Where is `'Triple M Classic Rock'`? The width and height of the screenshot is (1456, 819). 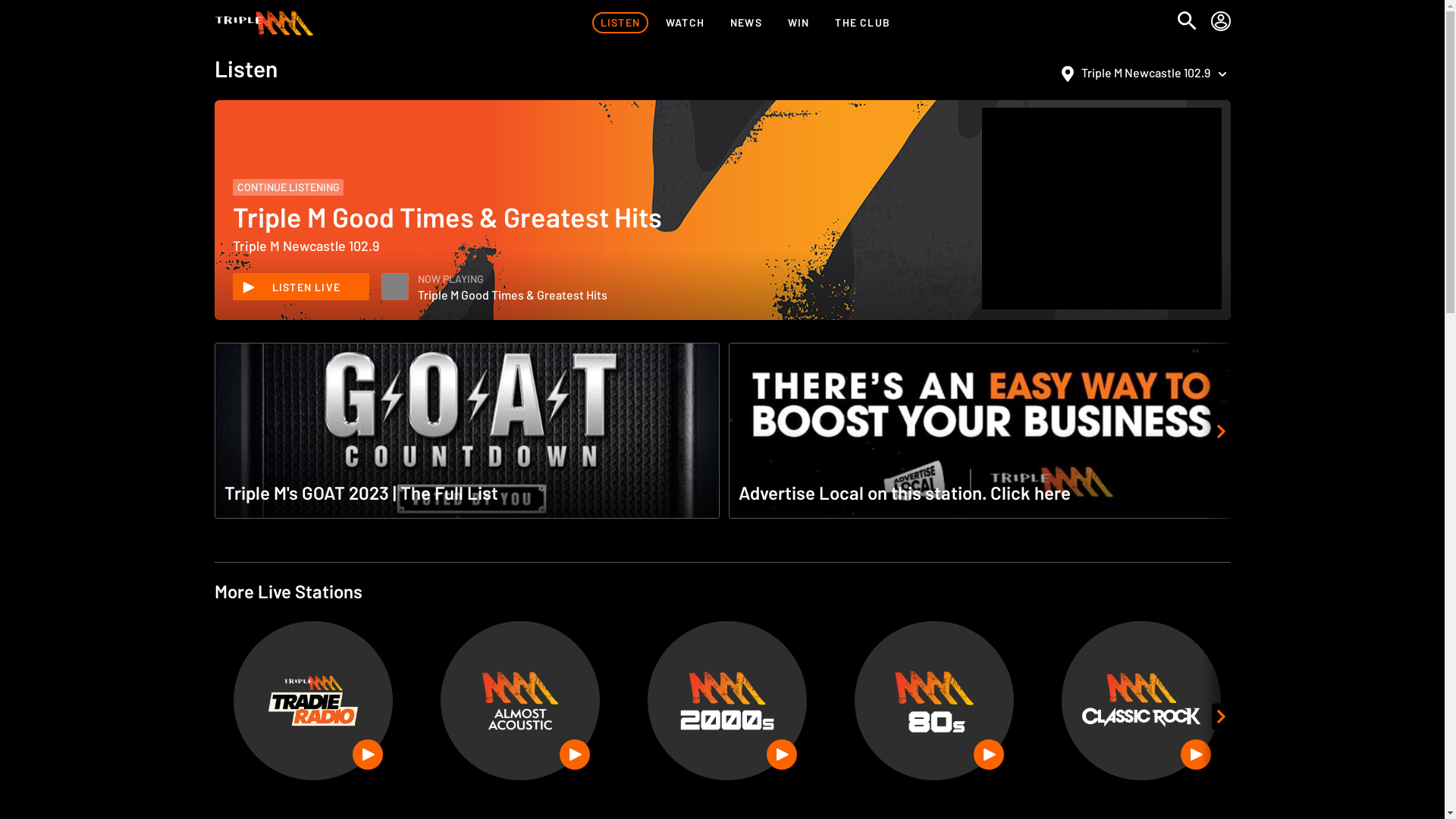 'Triple M Classic Rock' is located at coordinates (1141, 701).